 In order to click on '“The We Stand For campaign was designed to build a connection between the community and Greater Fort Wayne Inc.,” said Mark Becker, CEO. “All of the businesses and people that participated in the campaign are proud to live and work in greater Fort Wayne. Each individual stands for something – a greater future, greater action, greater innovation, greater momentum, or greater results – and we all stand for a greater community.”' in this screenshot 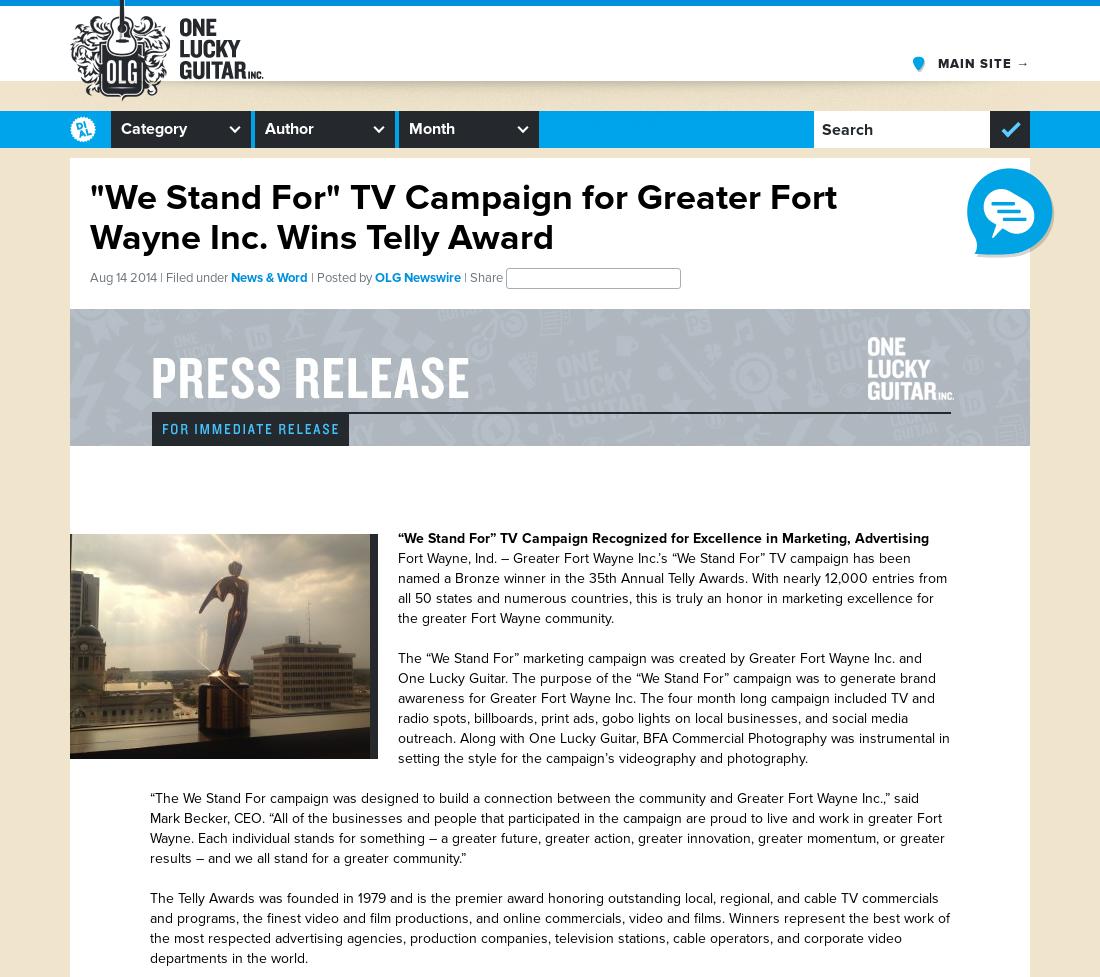, I will do `click(149, 827)`.